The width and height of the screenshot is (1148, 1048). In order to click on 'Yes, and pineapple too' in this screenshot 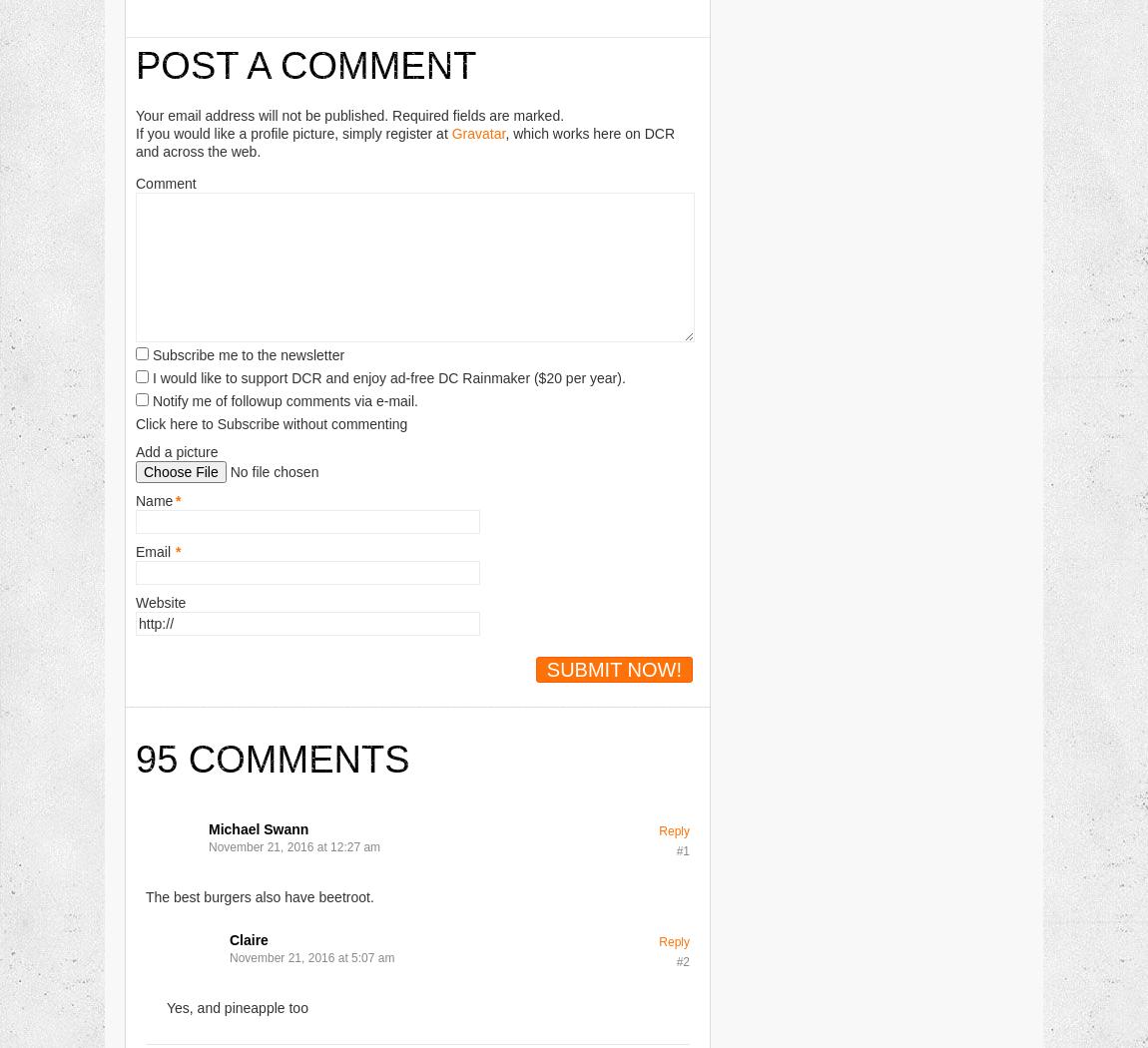, I will do `click(236, 1007)`.